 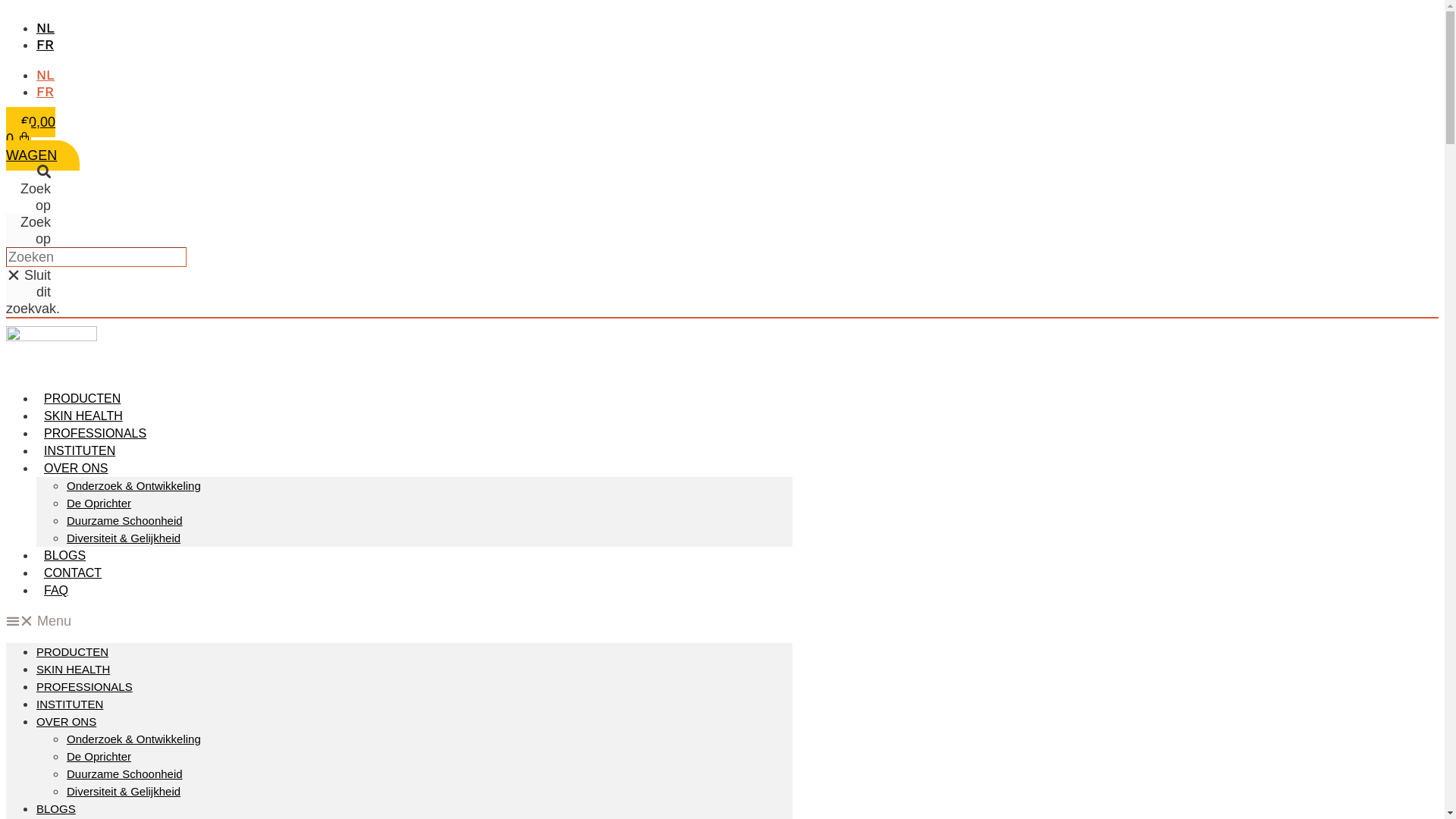 I want to click on 'Onderzoek & Ontwikkeling', so click(x=133, y=738).